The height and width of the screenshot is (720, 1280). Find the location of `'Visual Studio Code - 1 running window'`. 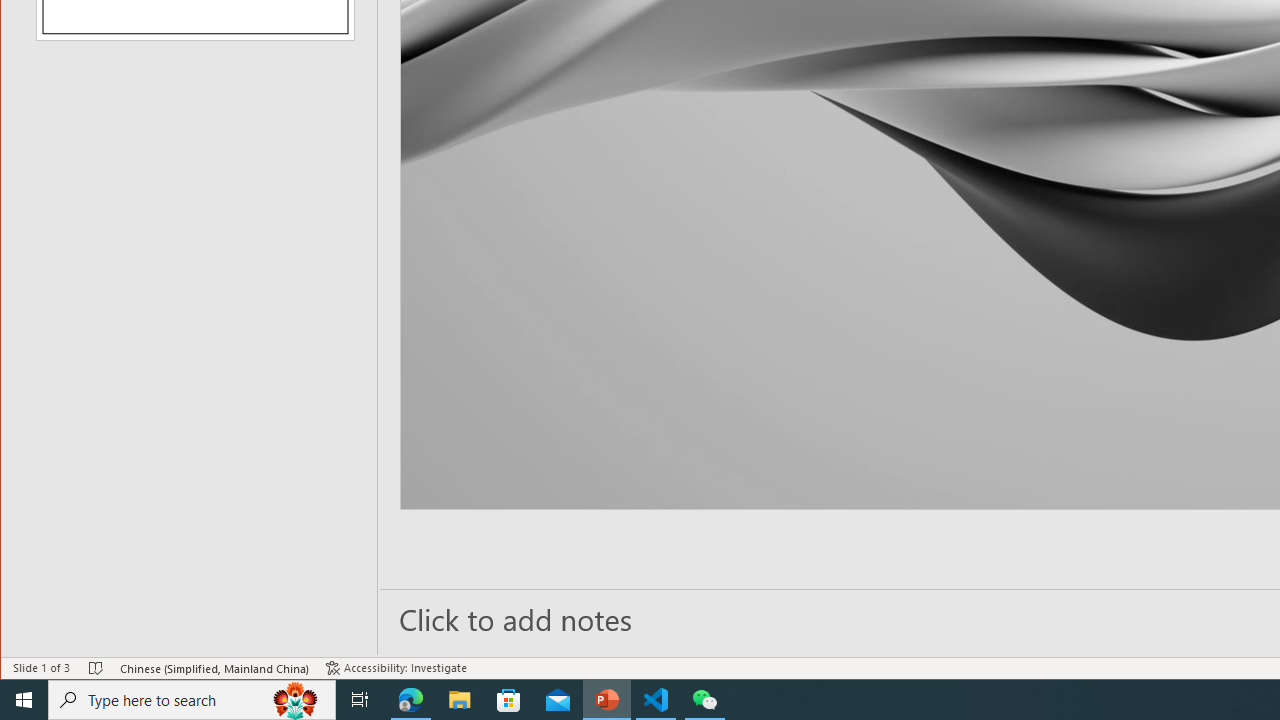

'Visual Studio Code - 1 running window' is located at coordinates (656, 698).